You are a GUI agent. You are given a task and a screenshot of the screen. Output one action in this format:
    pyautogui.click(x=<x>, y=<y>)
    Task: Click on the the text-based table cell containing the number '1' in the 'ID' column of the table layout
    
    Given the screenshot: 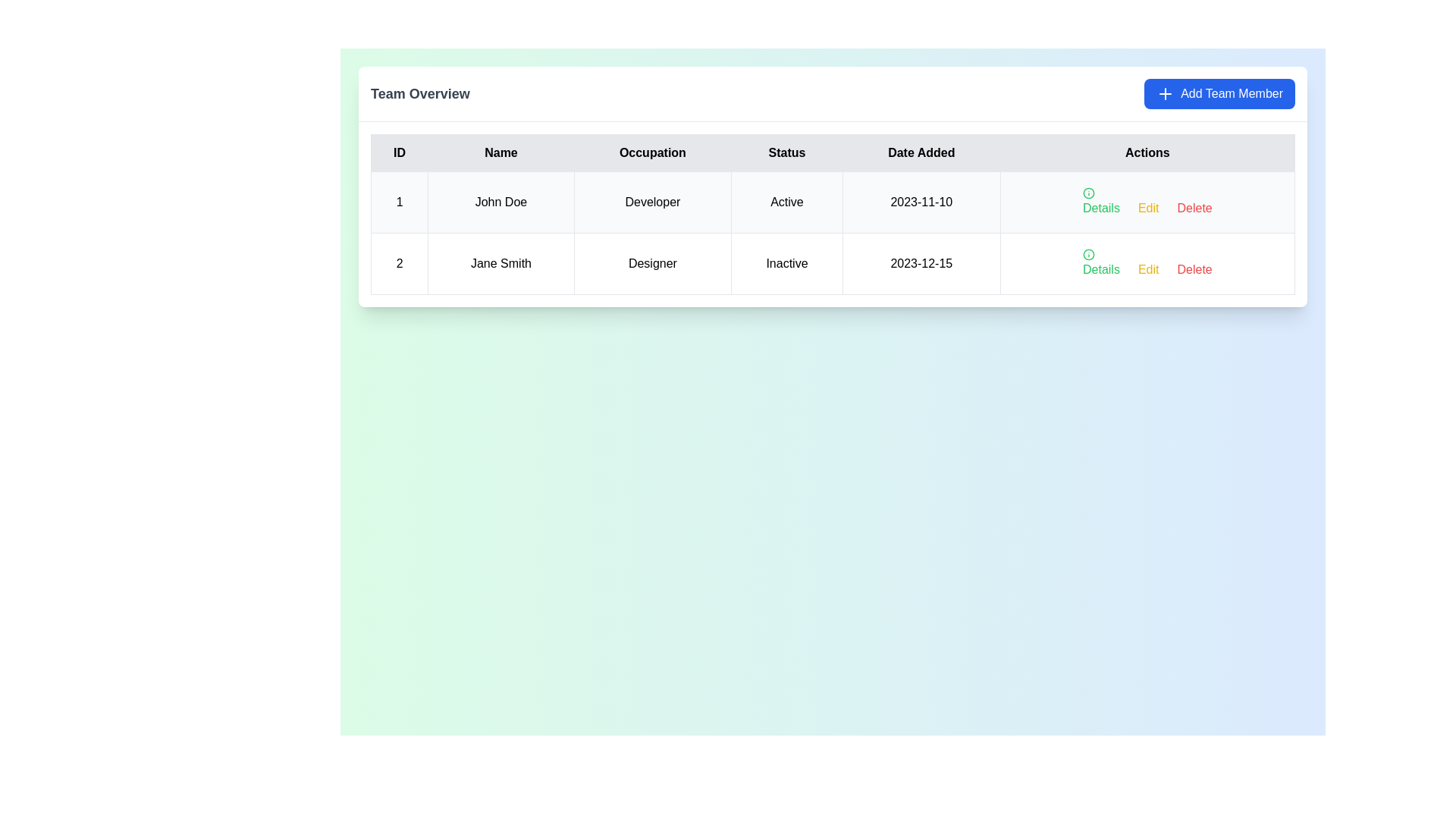 What is the action you would take?
    pyautogui.click(x=400, y=201)
    